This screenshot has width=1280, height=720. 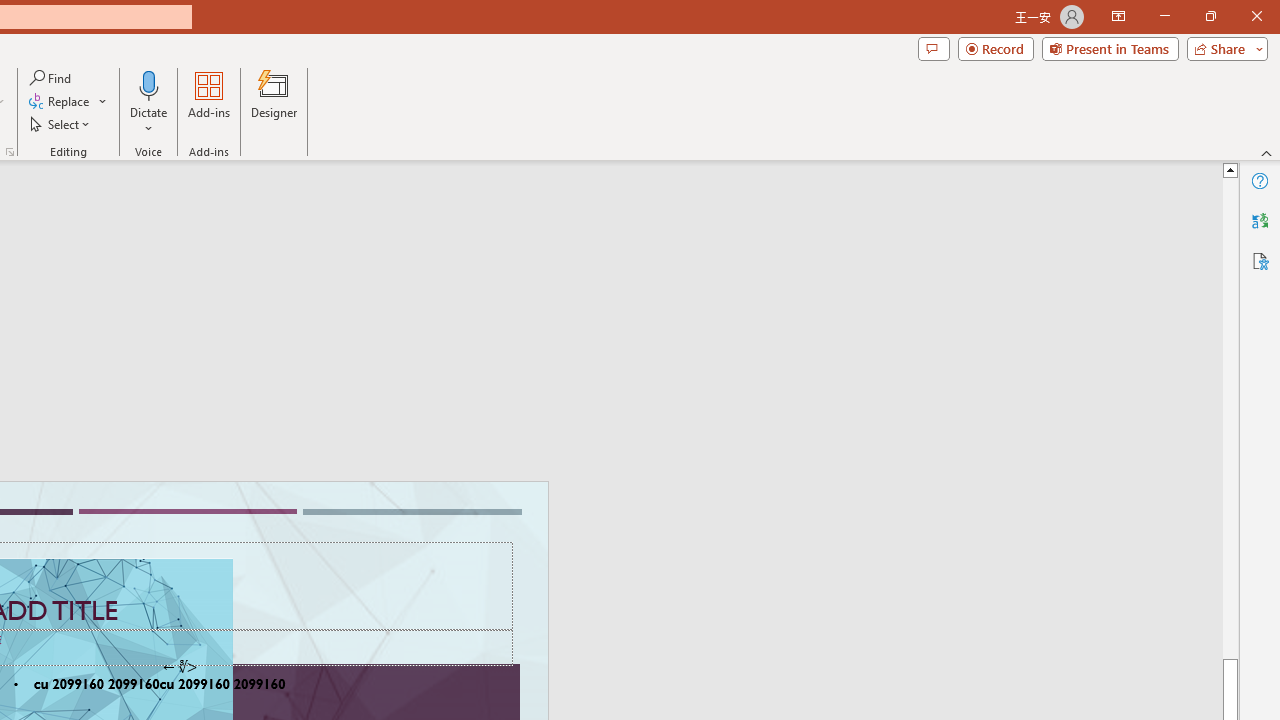 I want to click on 'Minimize', so click(x=1164, y=16).